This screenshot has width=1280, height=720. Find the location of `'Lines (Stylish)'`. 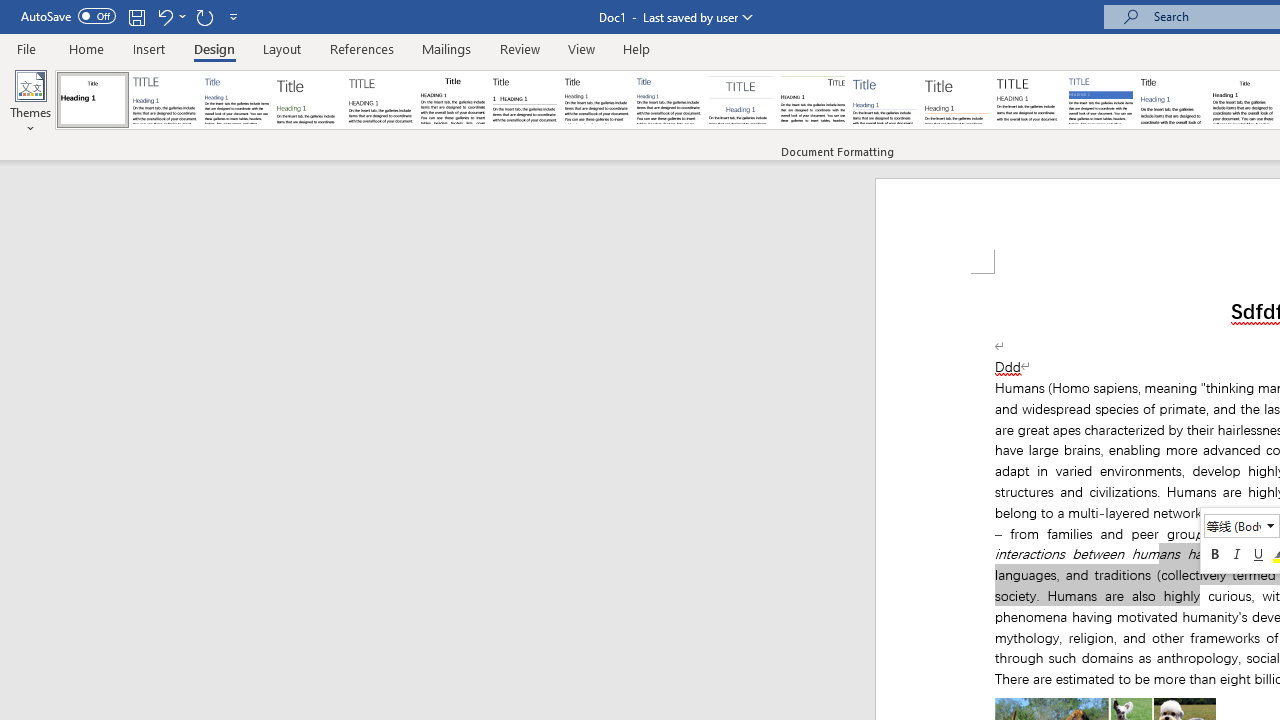

'Lines (Stylish)' is located at coordinates (956, 100).